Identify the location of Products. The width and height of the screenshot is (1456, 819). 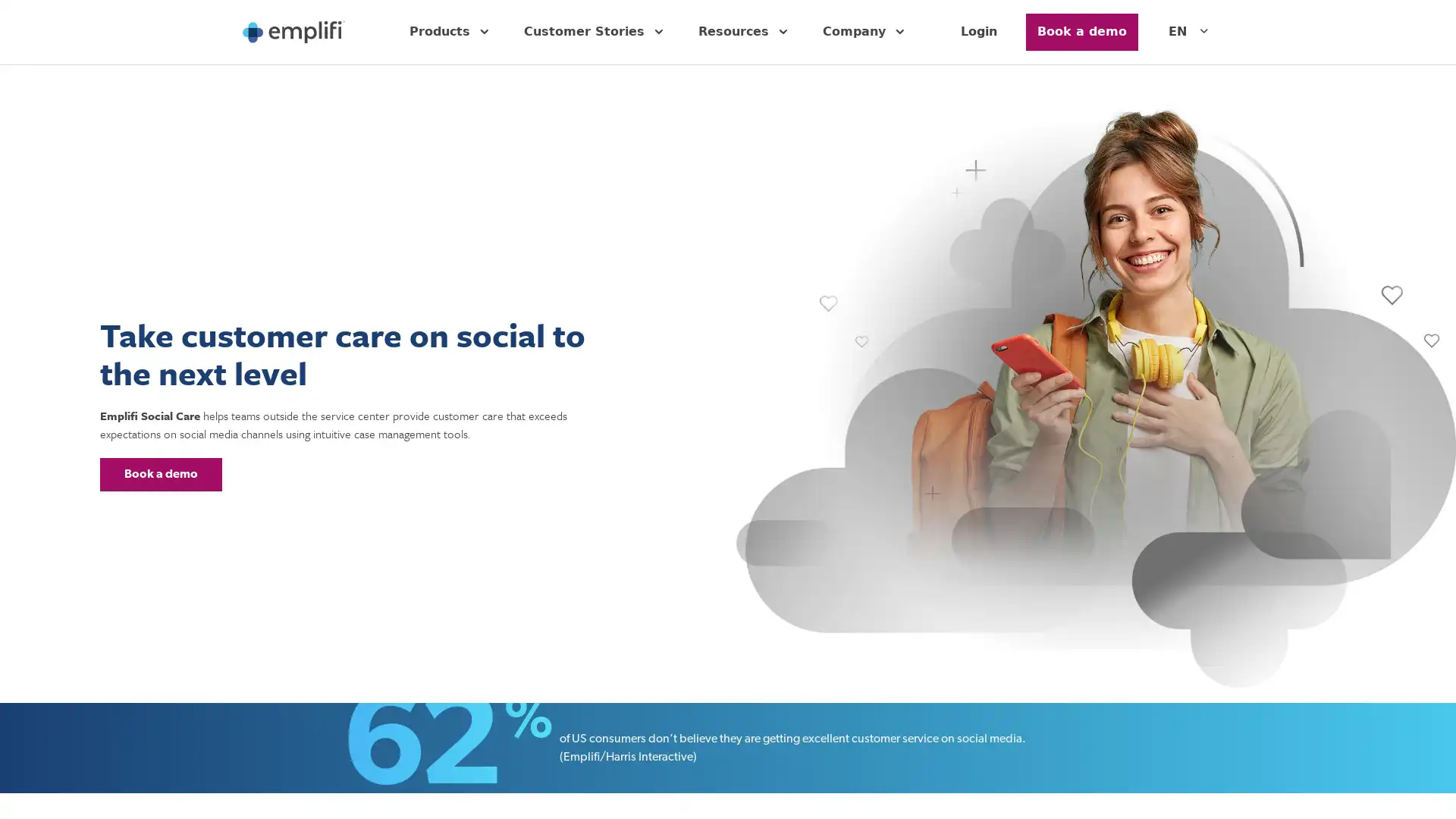
(450, 32).